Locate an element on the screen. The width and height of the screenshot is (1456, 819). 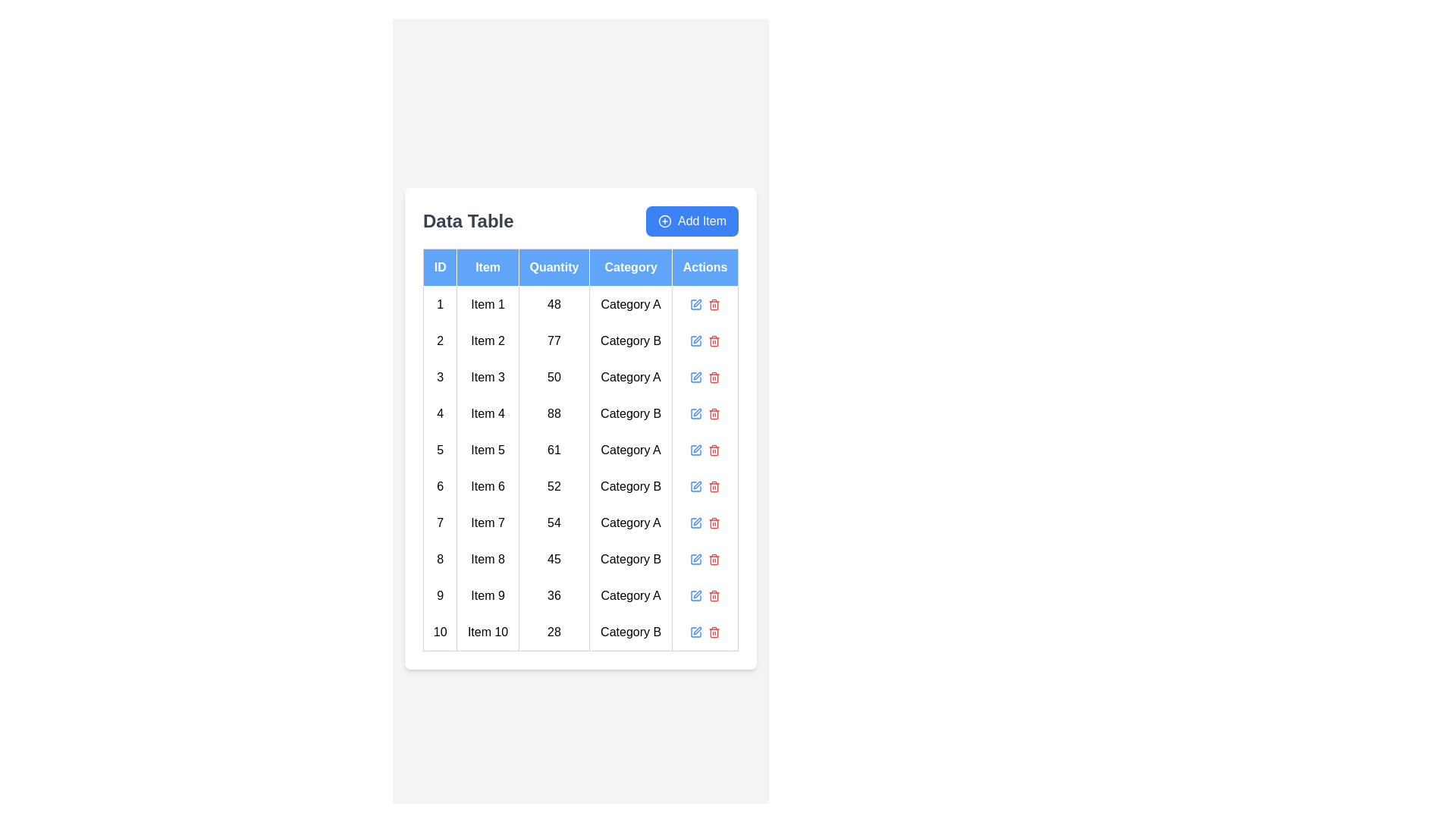
the fourth row of the table that displays item information is located at coordinates (580, 413).